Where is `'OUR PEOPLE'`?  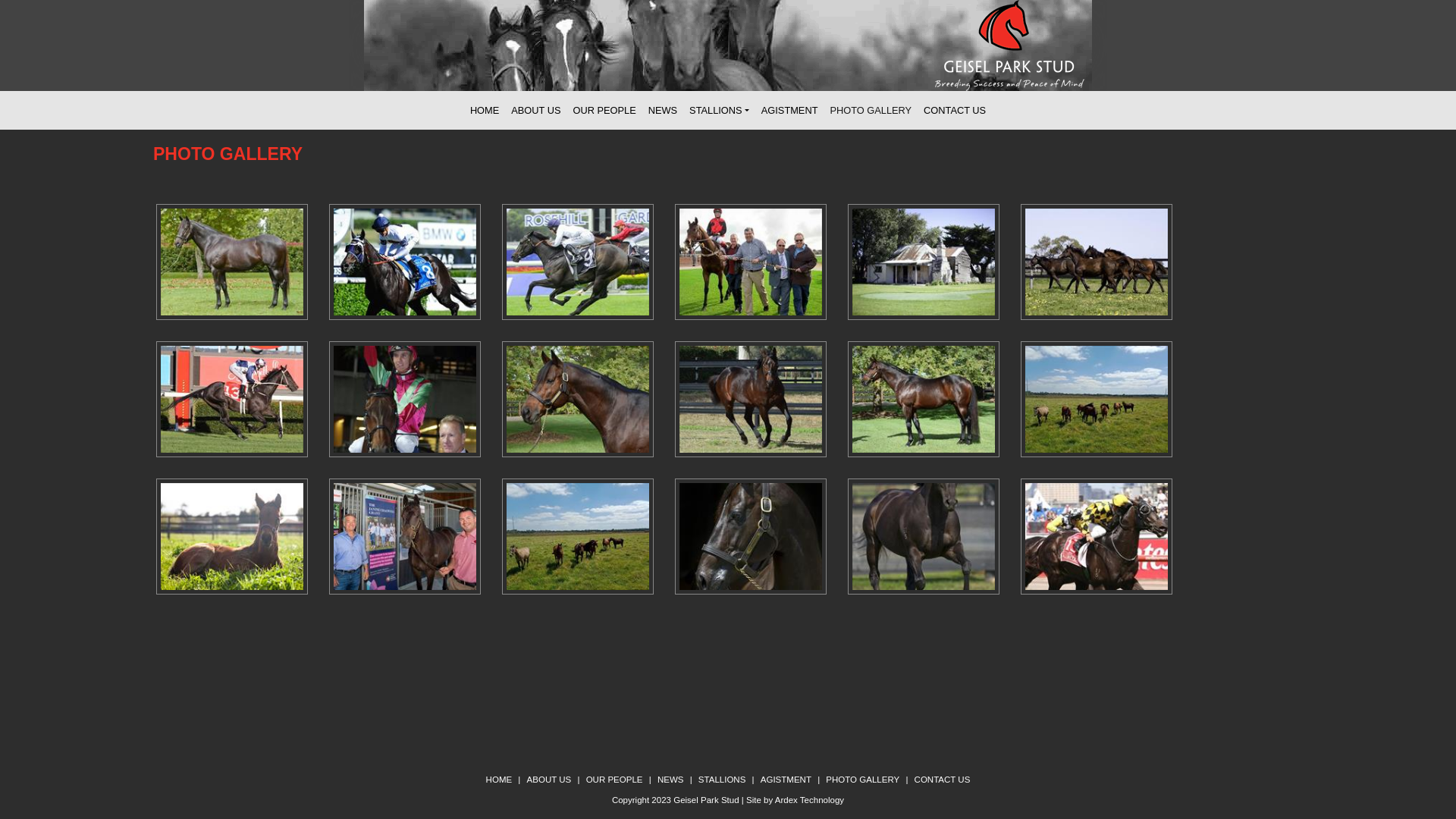 'OUR PEOPLE' is located at coordinates (614, 780).